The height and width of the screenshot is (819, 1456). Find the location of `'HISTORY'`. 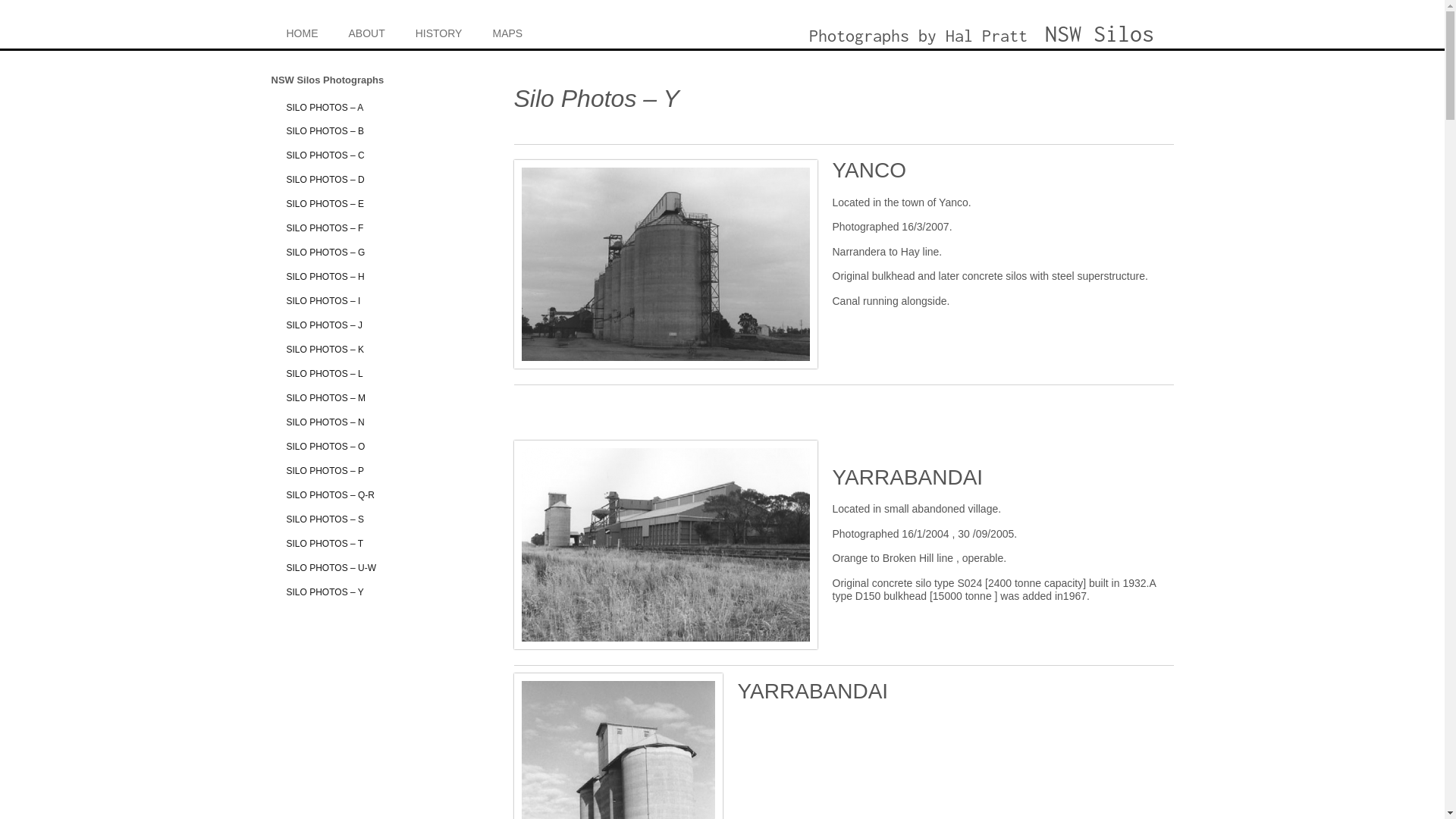

'HISTORY' is located at coordinates (438, 31).